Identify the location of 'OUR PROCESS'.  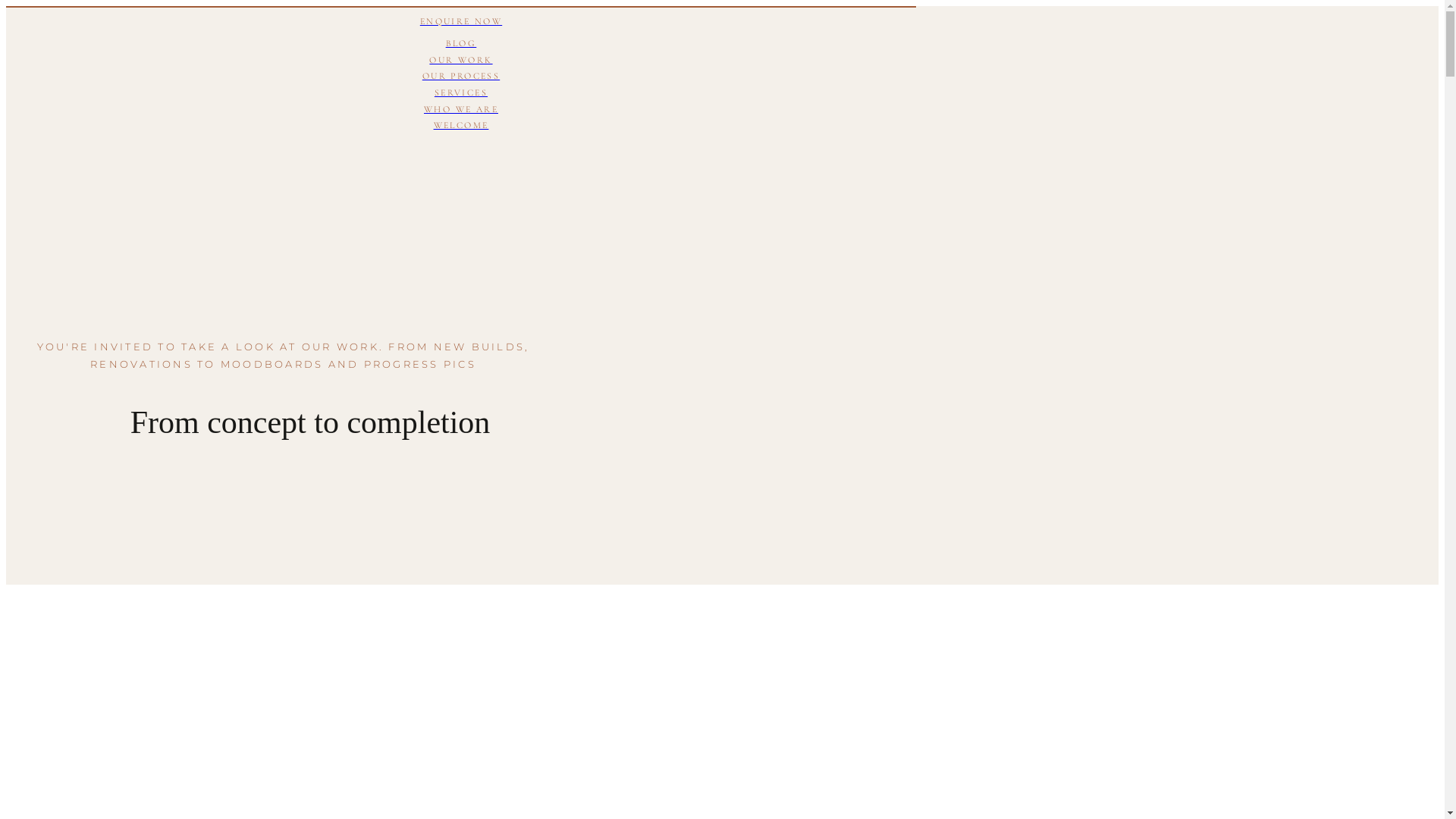
(460, 76).